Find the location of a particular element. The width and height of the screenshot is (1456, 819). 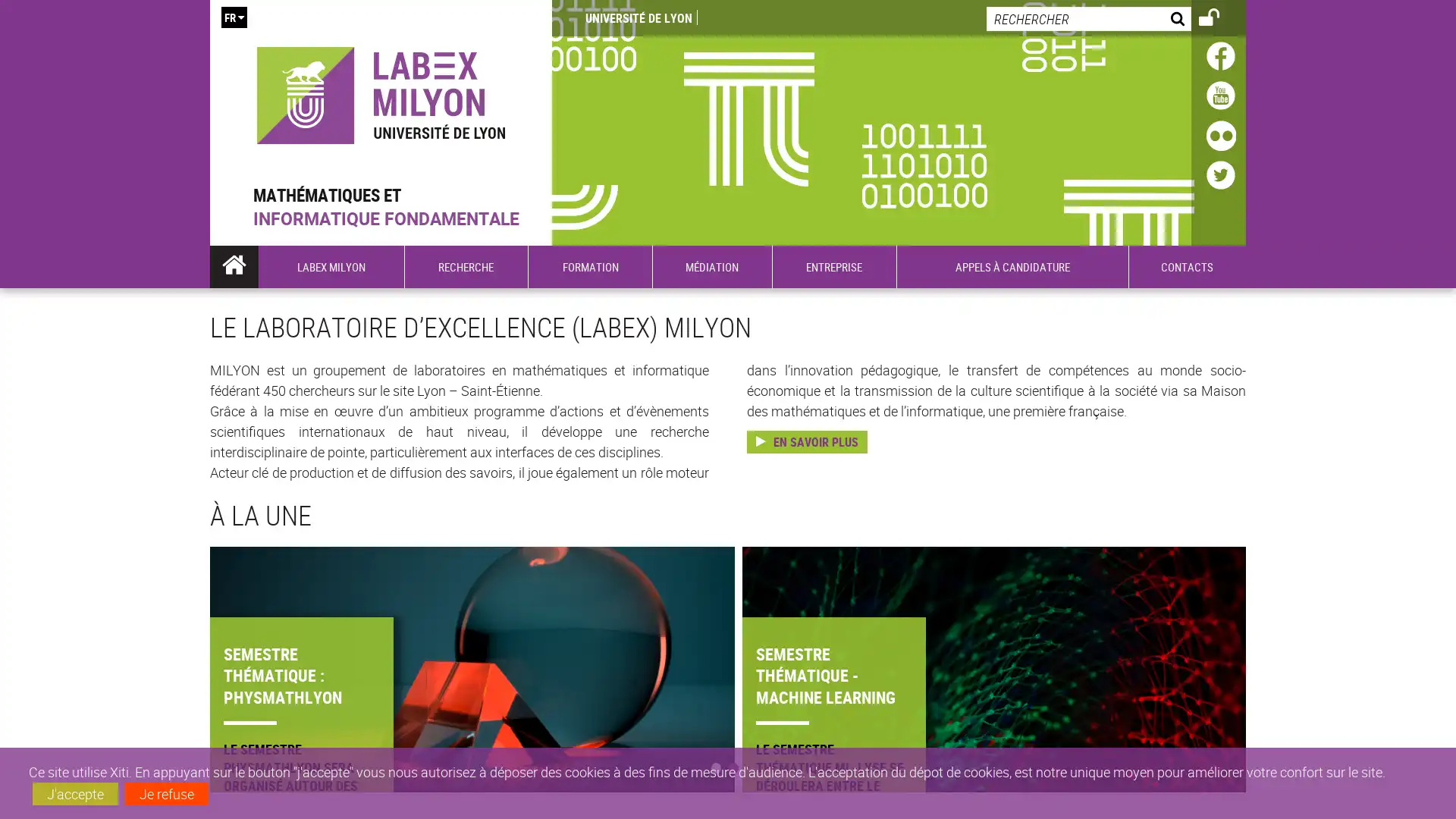

ENTREPRISE is located at coordinates (833, 265).